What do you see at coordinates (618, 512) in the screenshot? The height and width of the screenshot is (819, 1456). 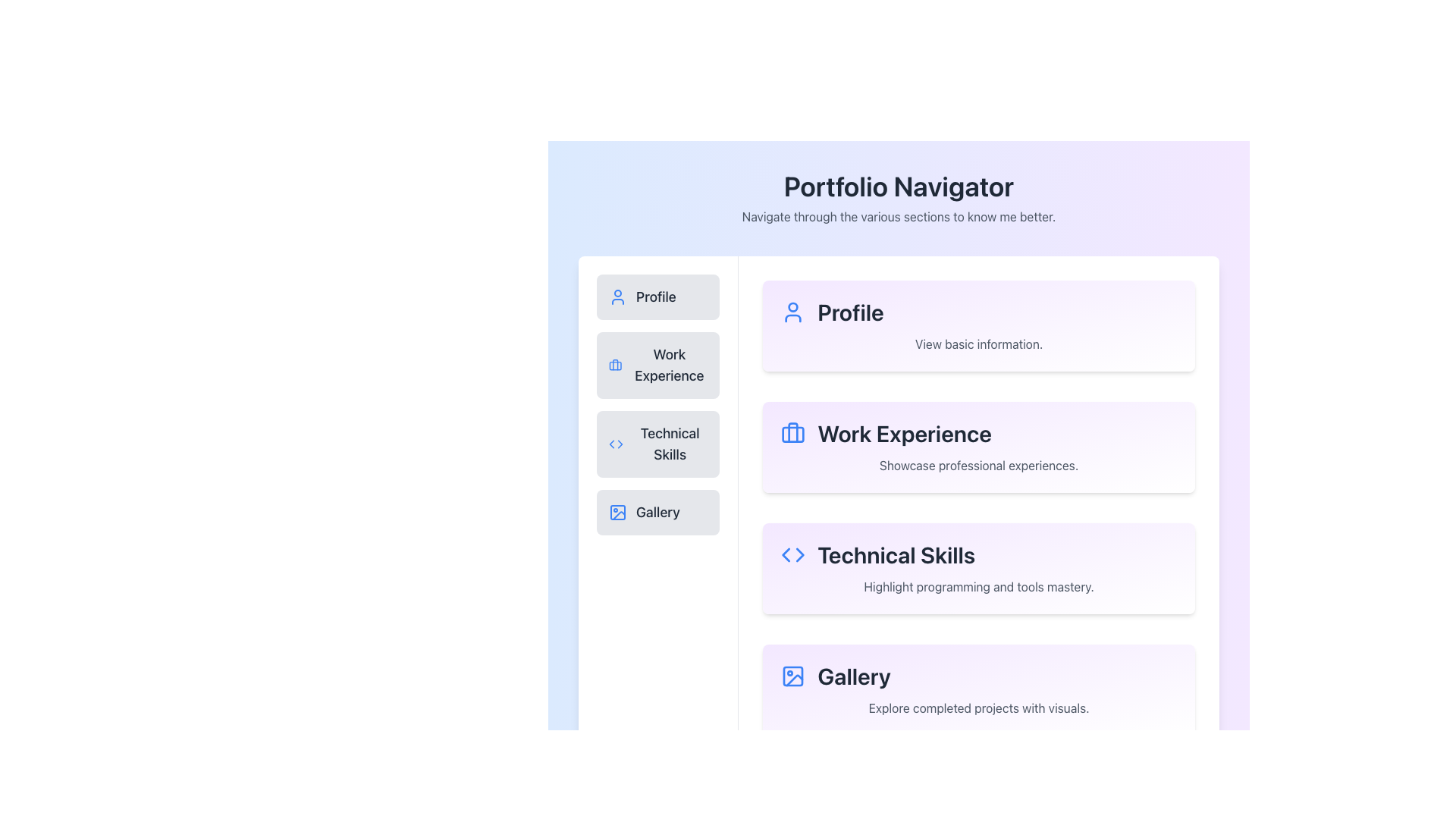 I see `the 'Gallery' icon in the sidebar navigation menu` at bounding box center [618, 512].